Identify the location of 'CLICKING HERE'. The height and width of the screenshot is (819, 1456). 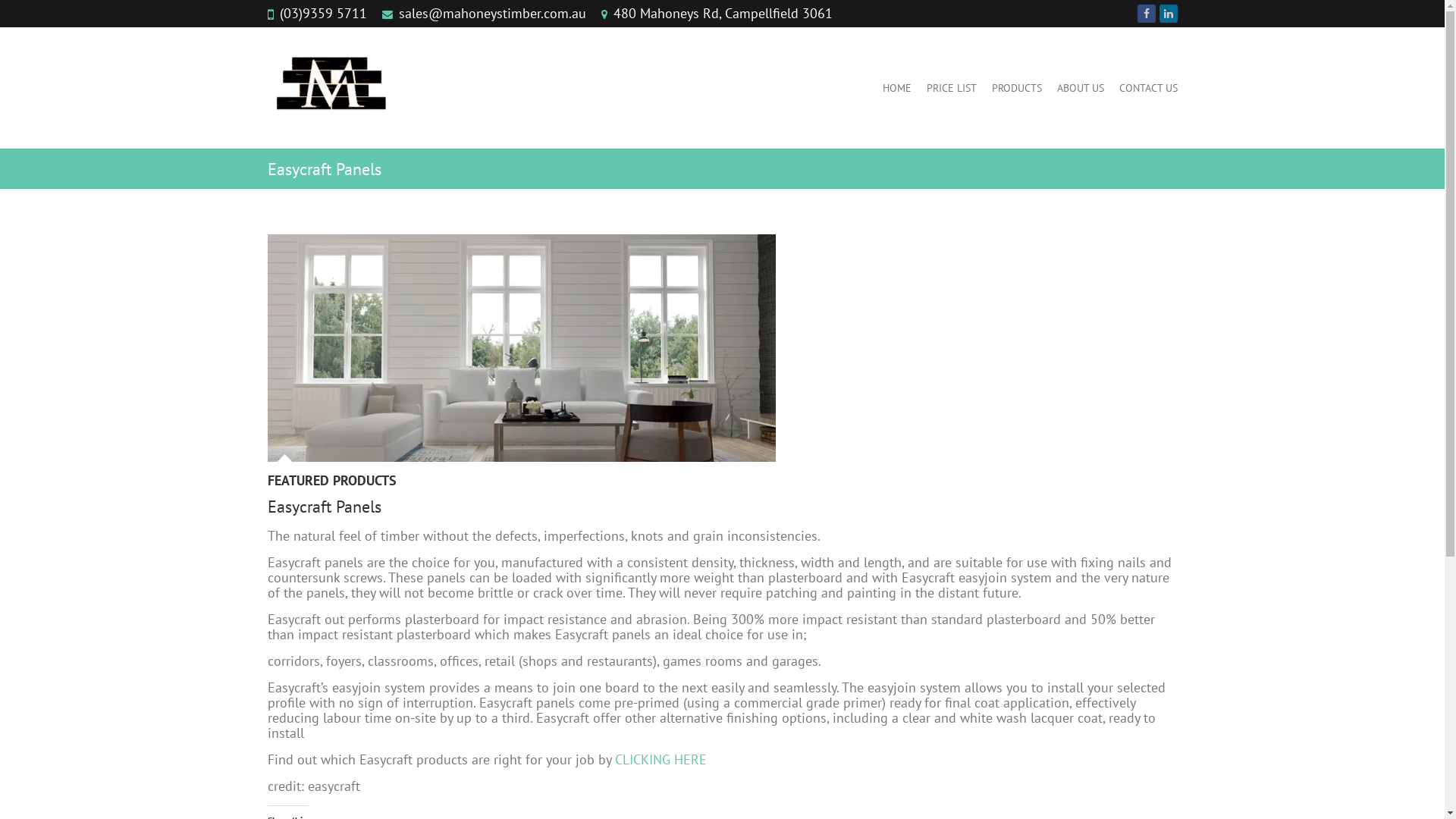
(660, 759).